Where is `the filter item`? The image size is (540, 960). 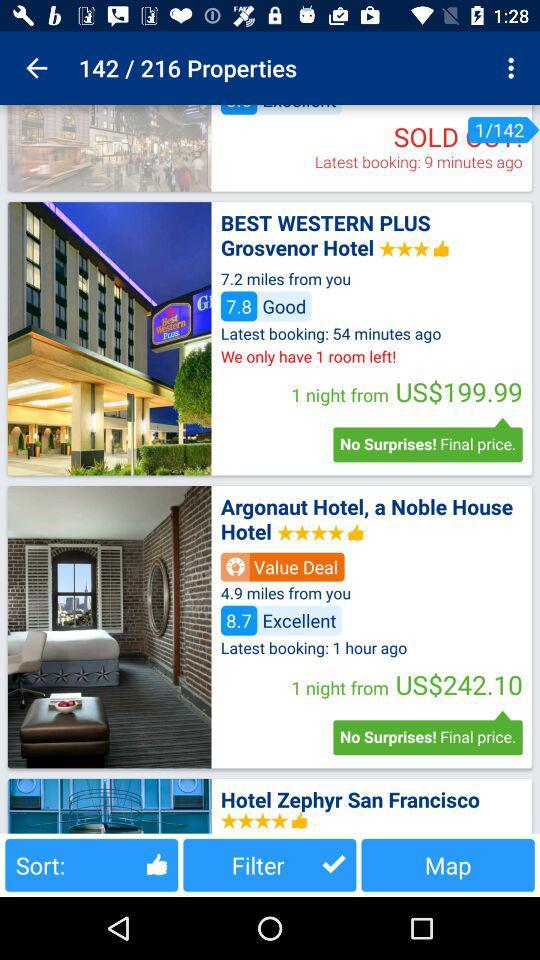 the filter item is located at coordinates (269, 864).